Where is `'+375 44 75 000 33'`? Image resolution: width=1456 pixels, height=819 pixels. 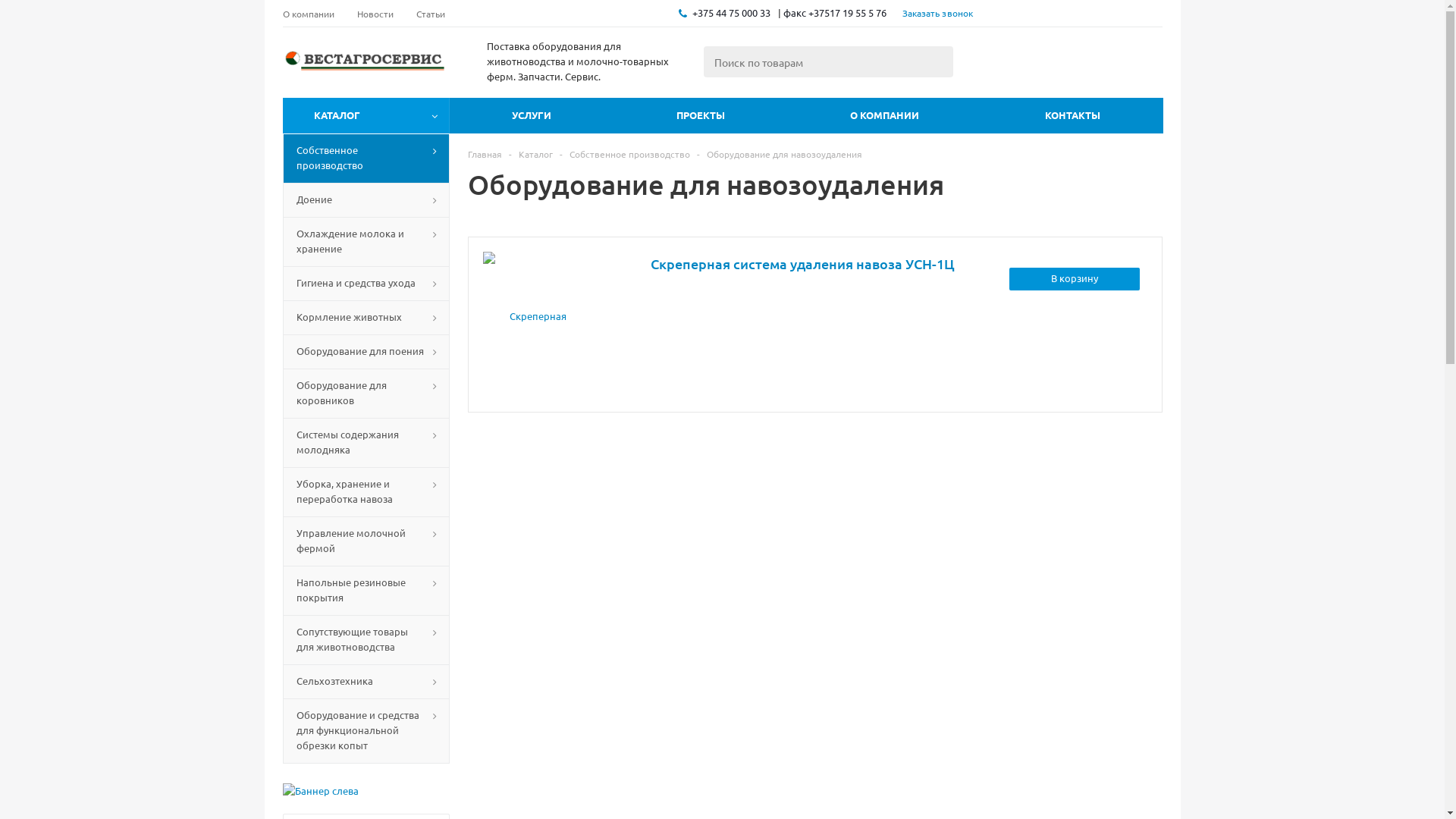
'+375 44 75 000 33' is located at coordinates (730, 12).